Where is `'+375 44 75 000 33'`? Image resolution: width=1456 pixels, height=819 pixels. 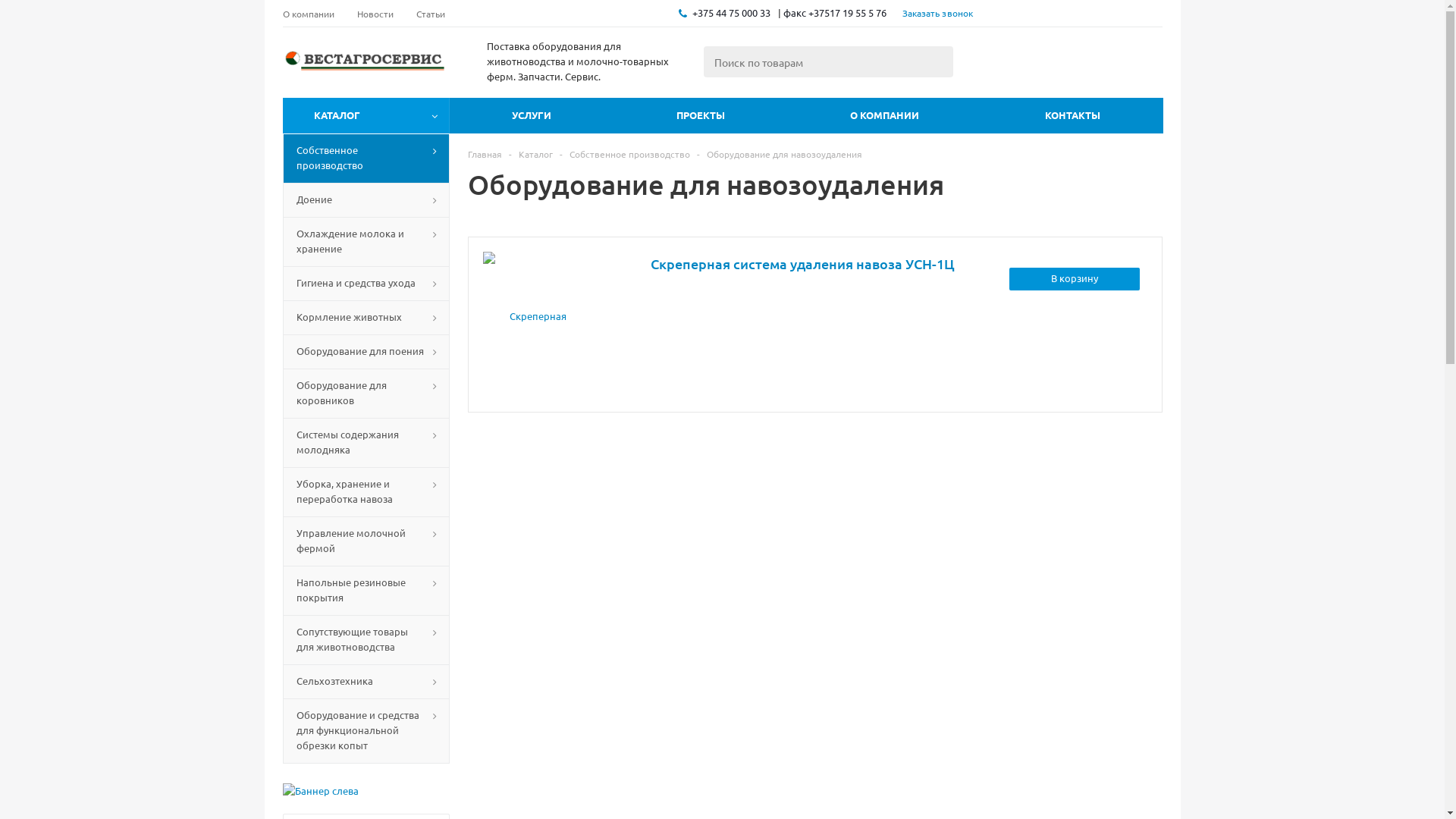
'+375 44 75 000 33' is located at coordinates (730, 12).